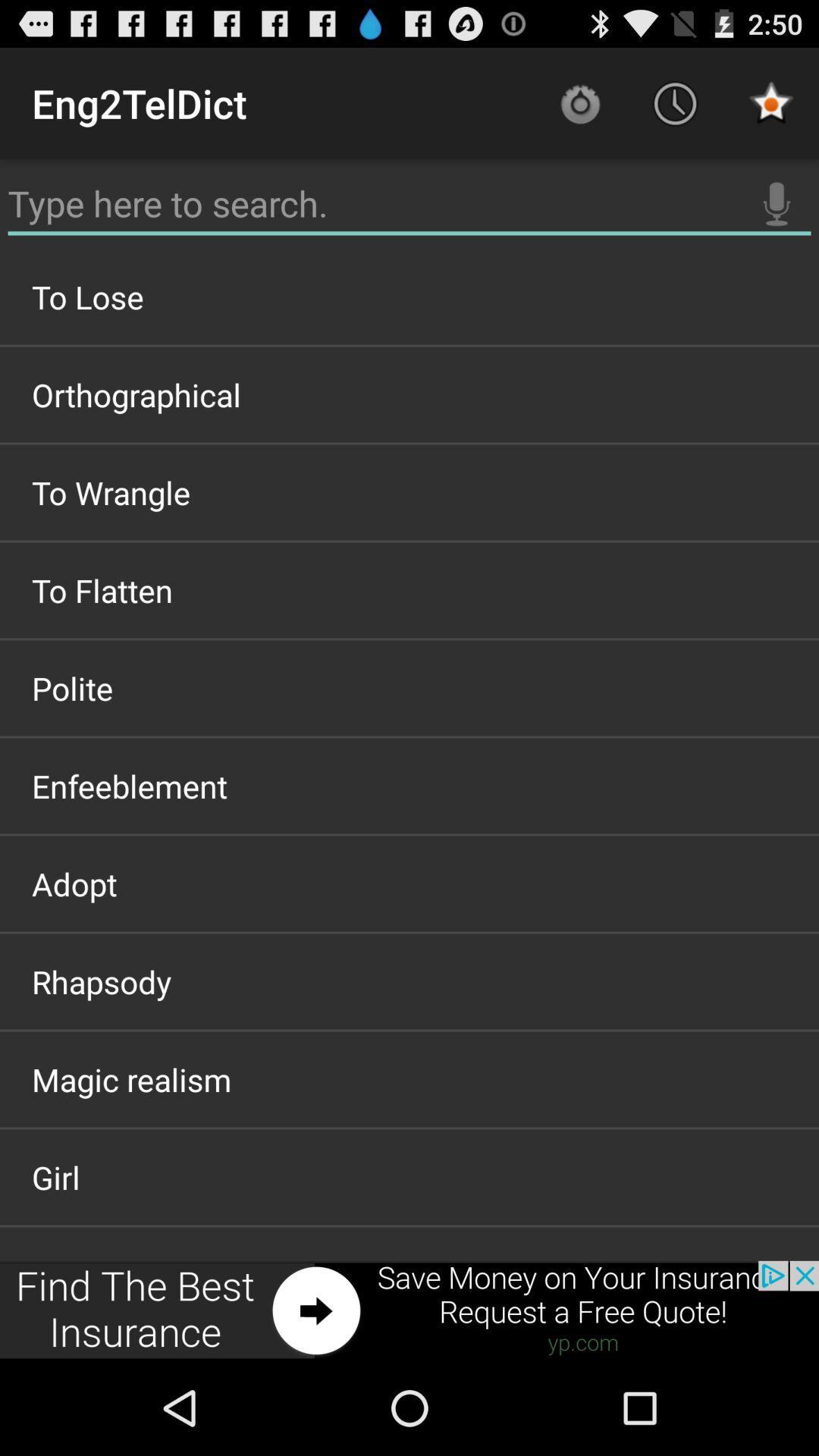 Image resolution: width=819 pixels, height=1456 pixels. Describe the element at coordinates (777, 203) in the screenshot. I see `audio search` at that location.